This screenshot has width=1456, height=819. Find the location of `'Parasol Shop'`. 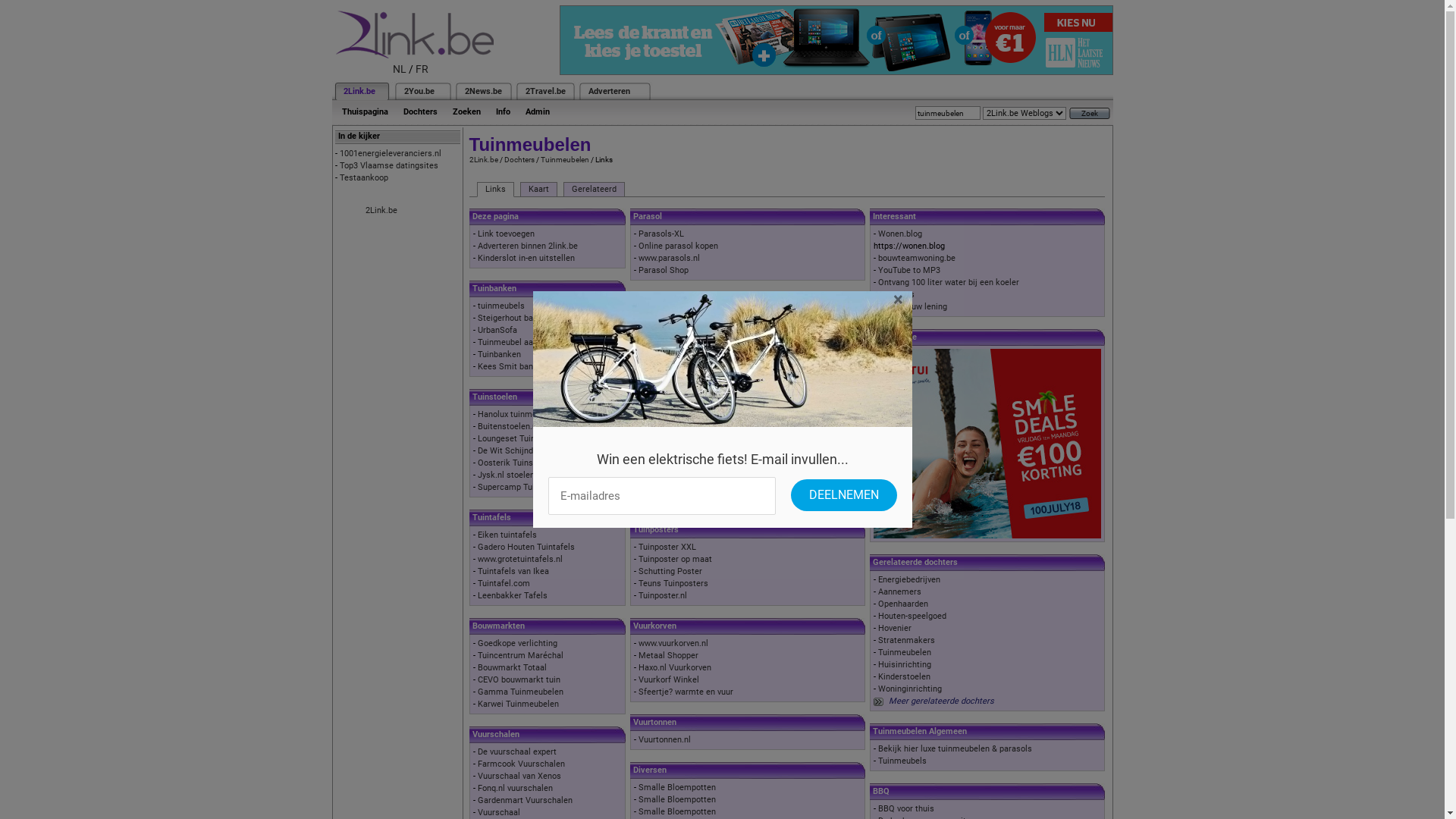

'Parasol Shop' is located at coordinates (663, 269).